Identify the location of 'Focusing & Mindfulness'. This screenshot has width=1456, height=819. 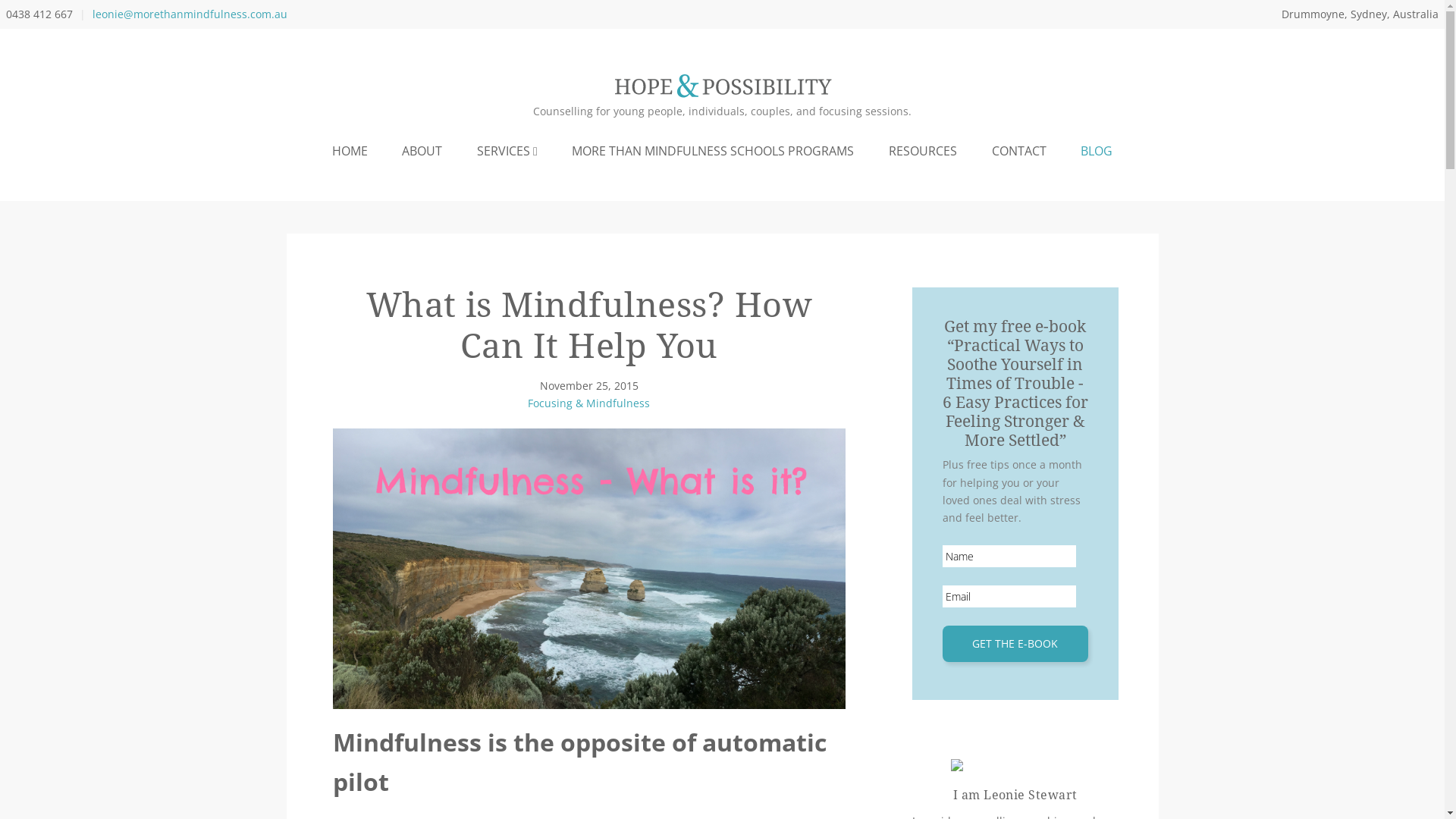
(588, 402).